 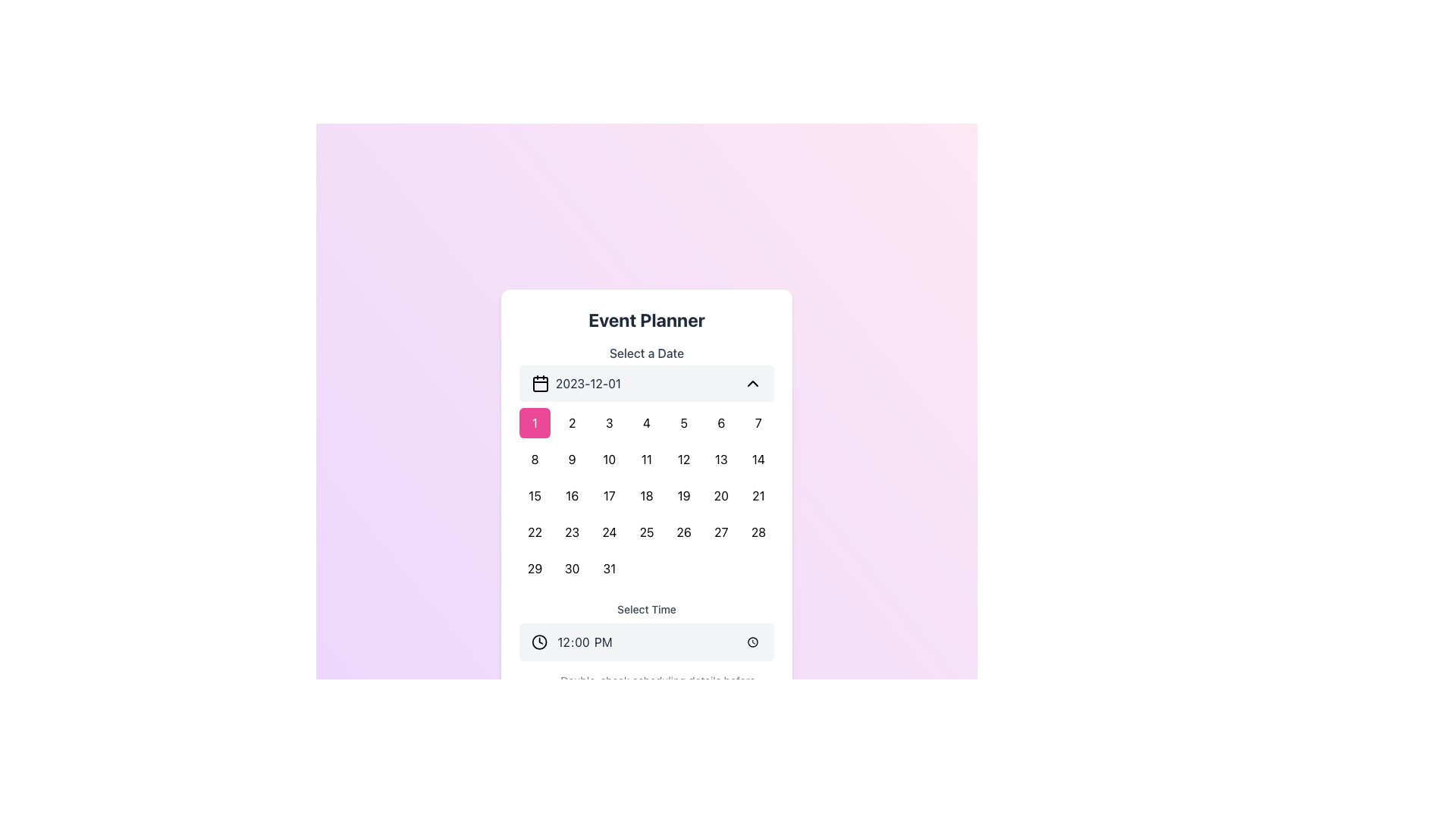 I want to click on the button labeled '12' in the second row and sixth column of the calendar interface, so click(x=683, y=458).